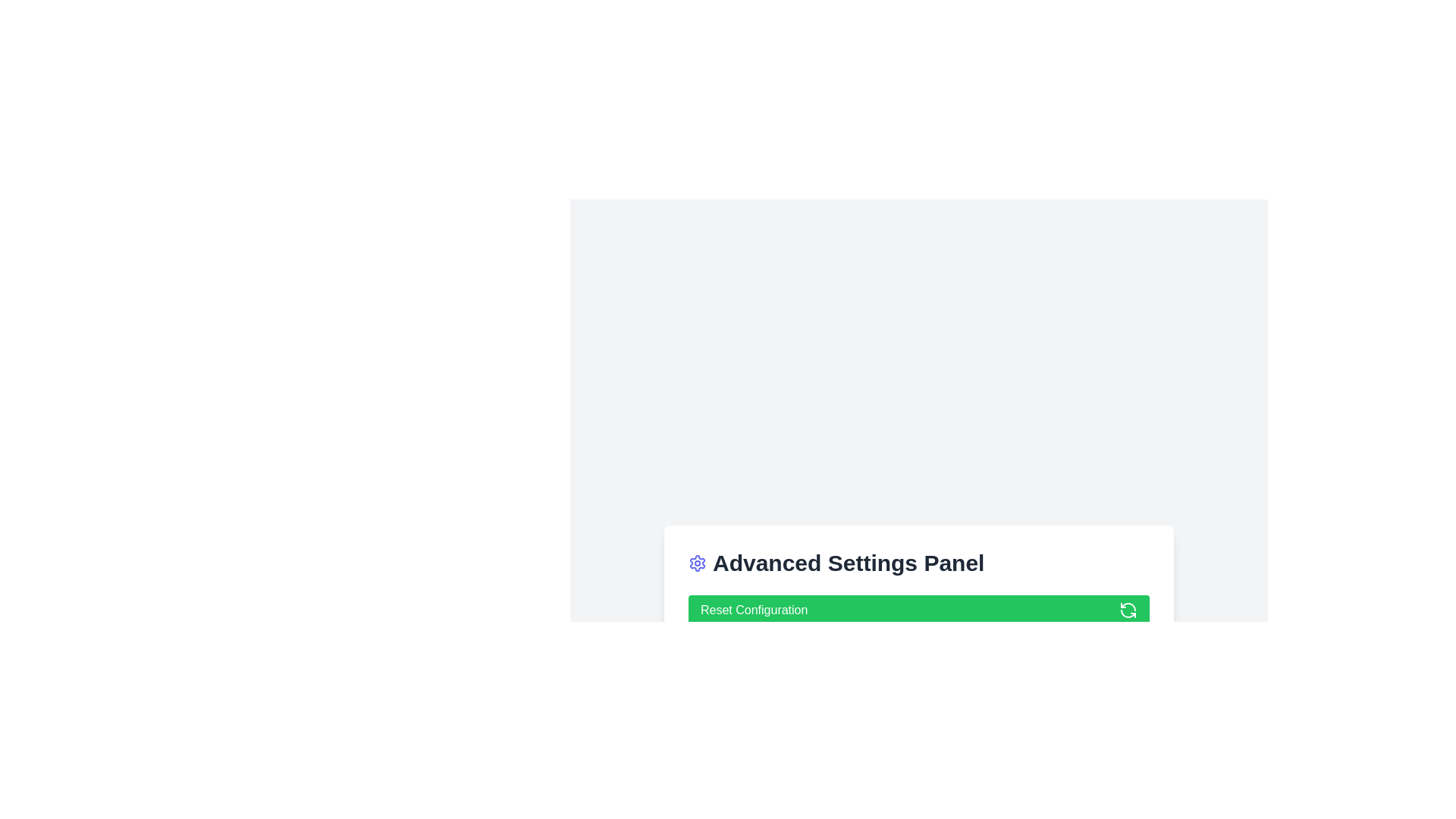 The height and width of the screenshot is (819, 1456). What do you see at coordinates (771, 645) in the screenshot?
I see `information from the Tooltip located directly below the 'Reset Configuration' button, which provides guidance about its functionality` at bounding box center [771, 645].